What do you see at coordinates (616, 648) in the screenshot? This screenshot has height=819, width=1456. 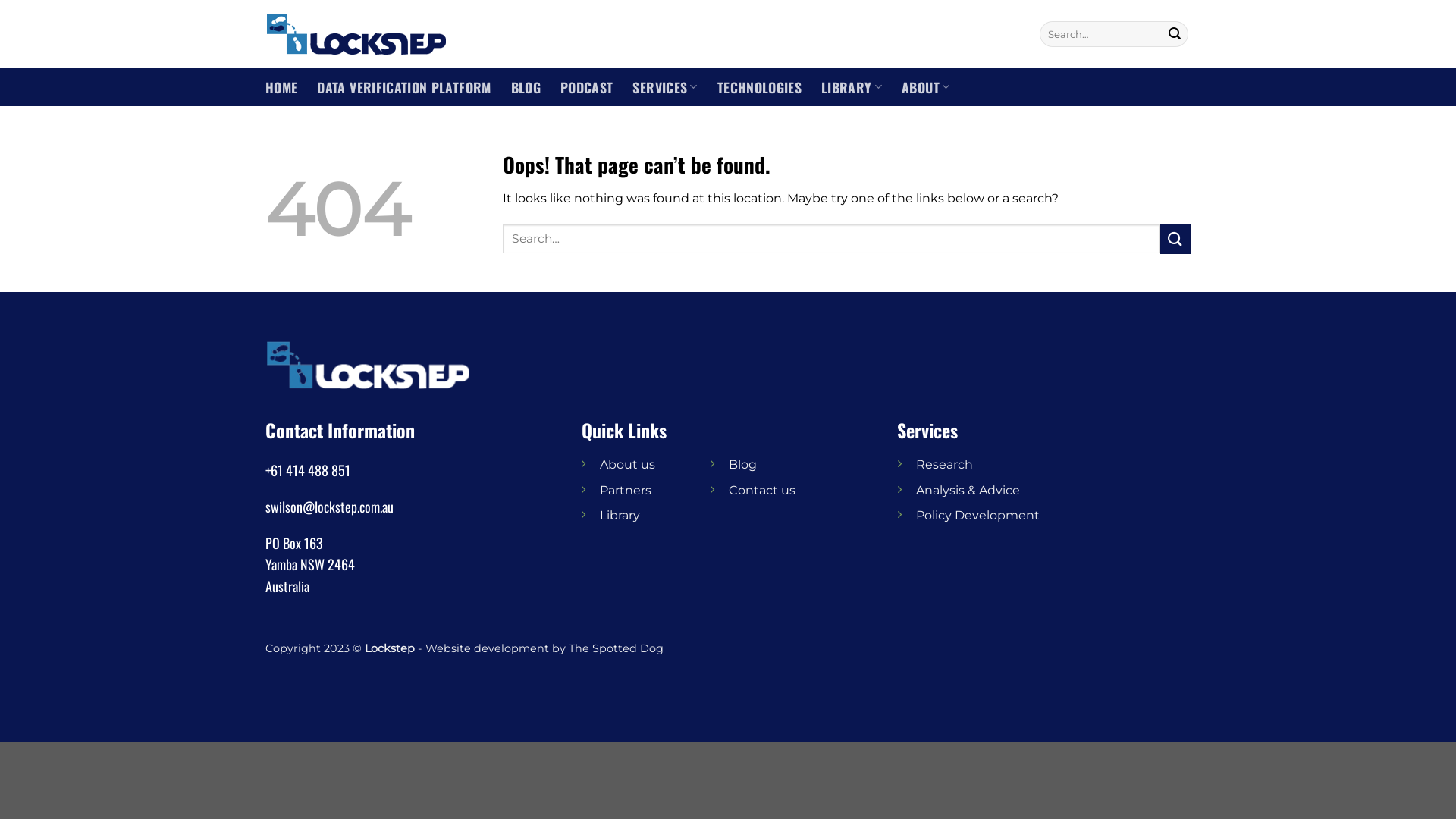 I see `'The Spotted Dog'` at bounding box center [616, 648].